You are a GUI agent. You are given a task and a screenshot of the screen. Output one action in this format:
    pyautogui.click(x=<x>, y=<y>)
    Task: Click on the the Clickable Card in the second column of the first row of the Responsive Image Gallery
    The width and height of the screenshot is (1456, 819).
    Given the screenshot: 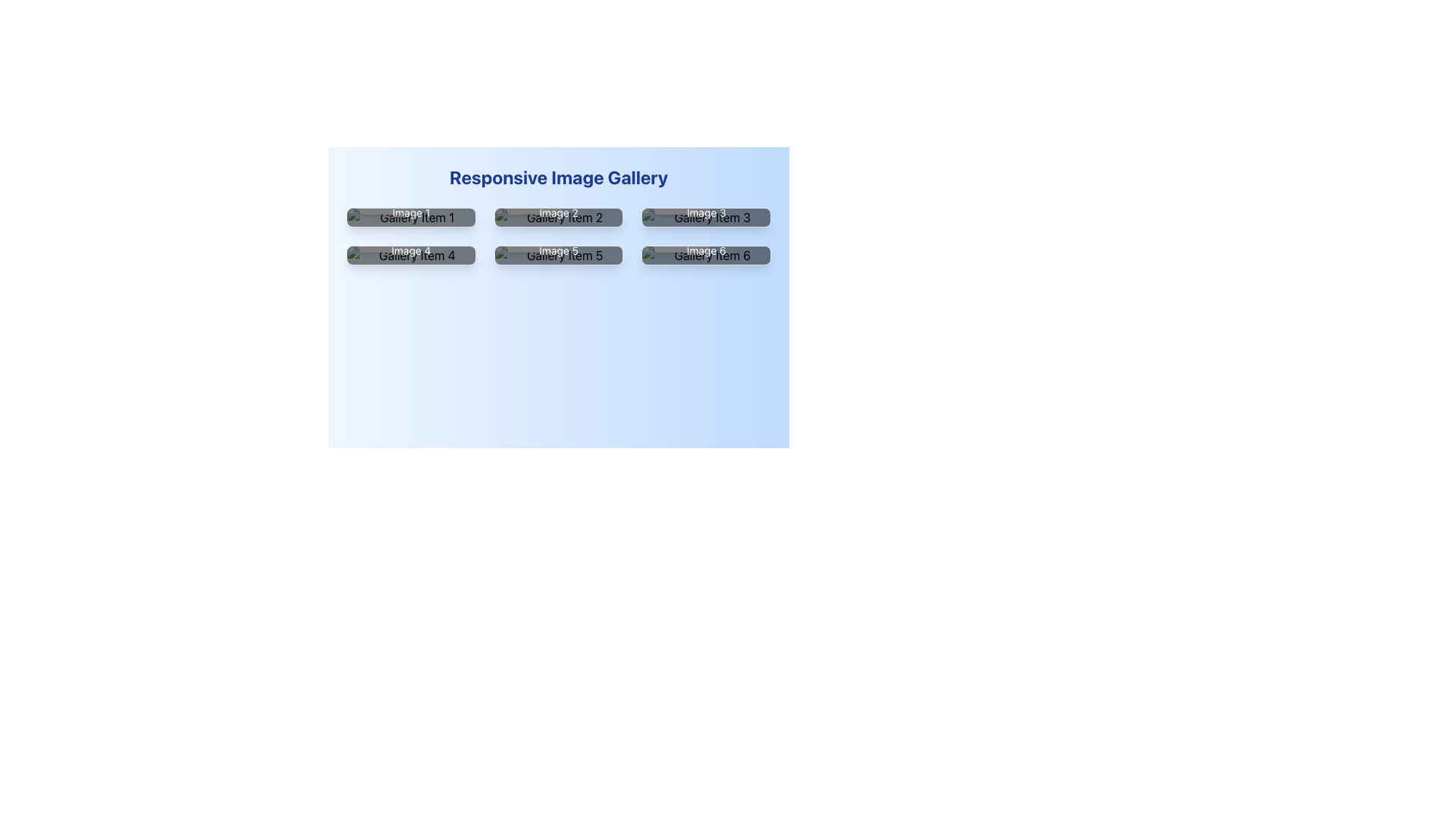 What is the action you would take?
    pyautogui.click(x=557, y=217)
    